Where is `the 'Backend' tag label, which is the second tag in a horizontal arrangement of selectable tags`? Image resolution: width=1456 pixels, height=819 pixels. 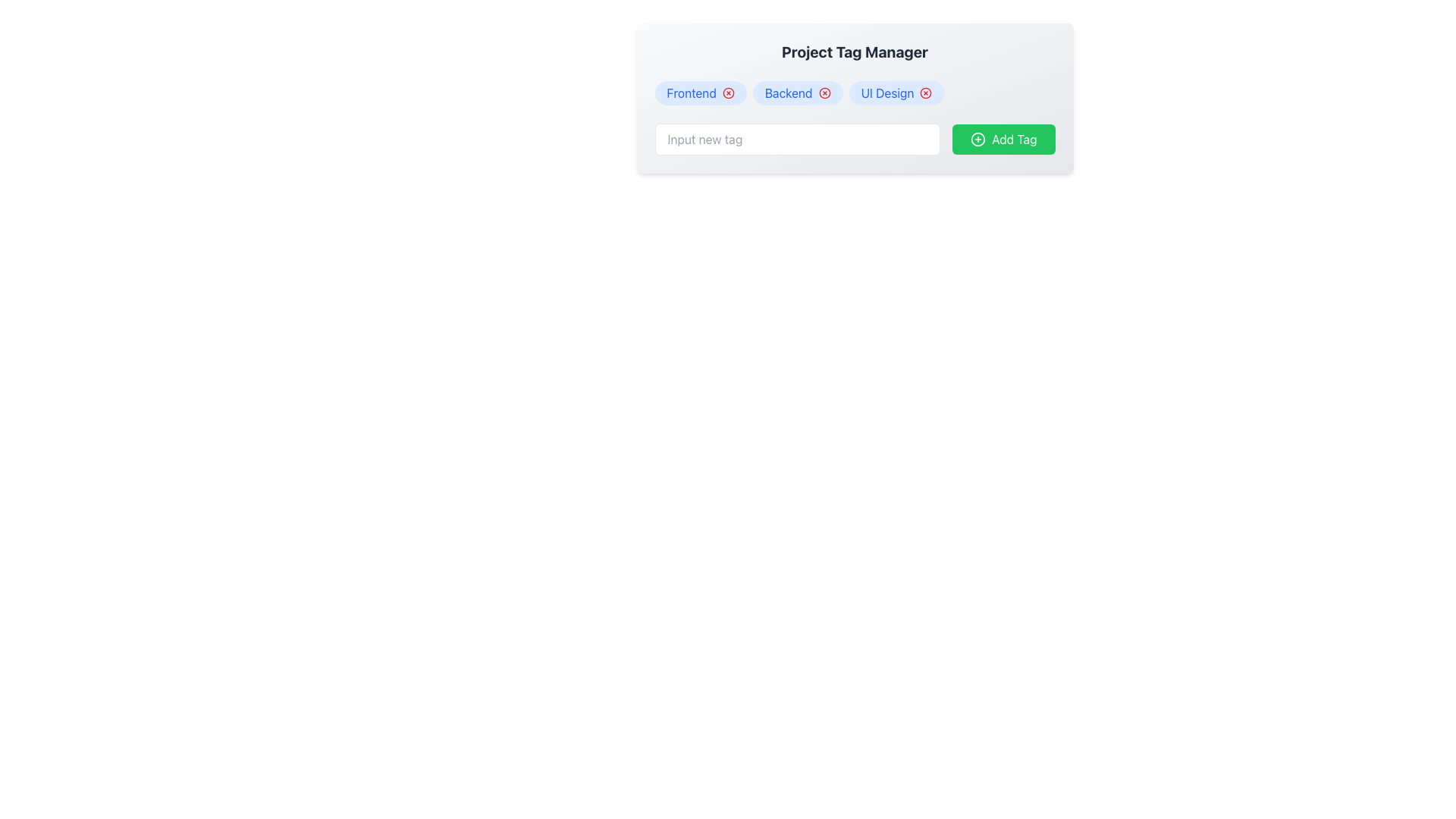 the 'Backend' tag label, which is the second tag in a horizontal arrangement of selectable tags is located at coordinates (789, 93).